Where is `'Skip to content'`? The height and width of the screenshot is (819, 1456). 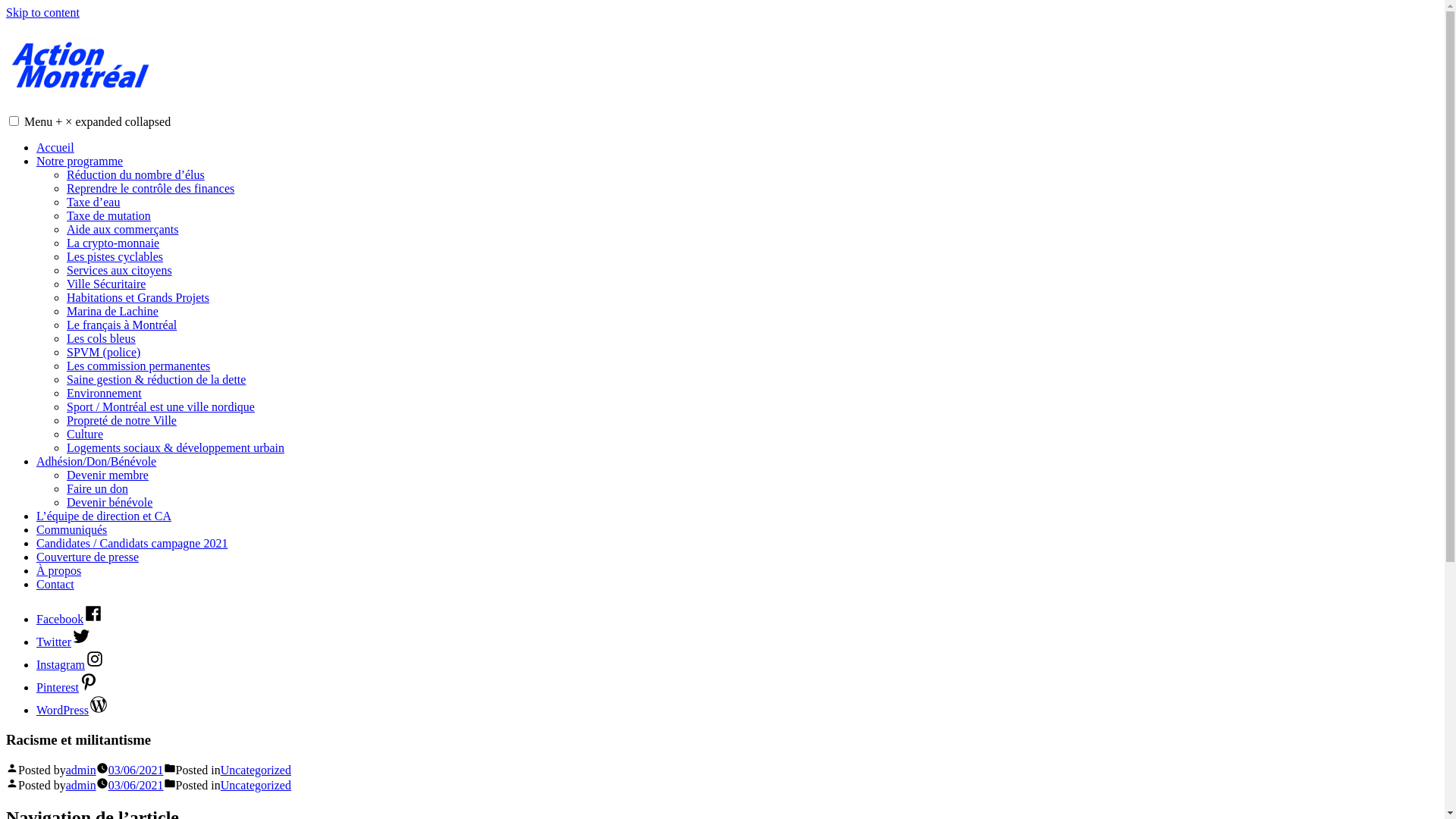
'Skip to content' is located at coordinates (6, 12).